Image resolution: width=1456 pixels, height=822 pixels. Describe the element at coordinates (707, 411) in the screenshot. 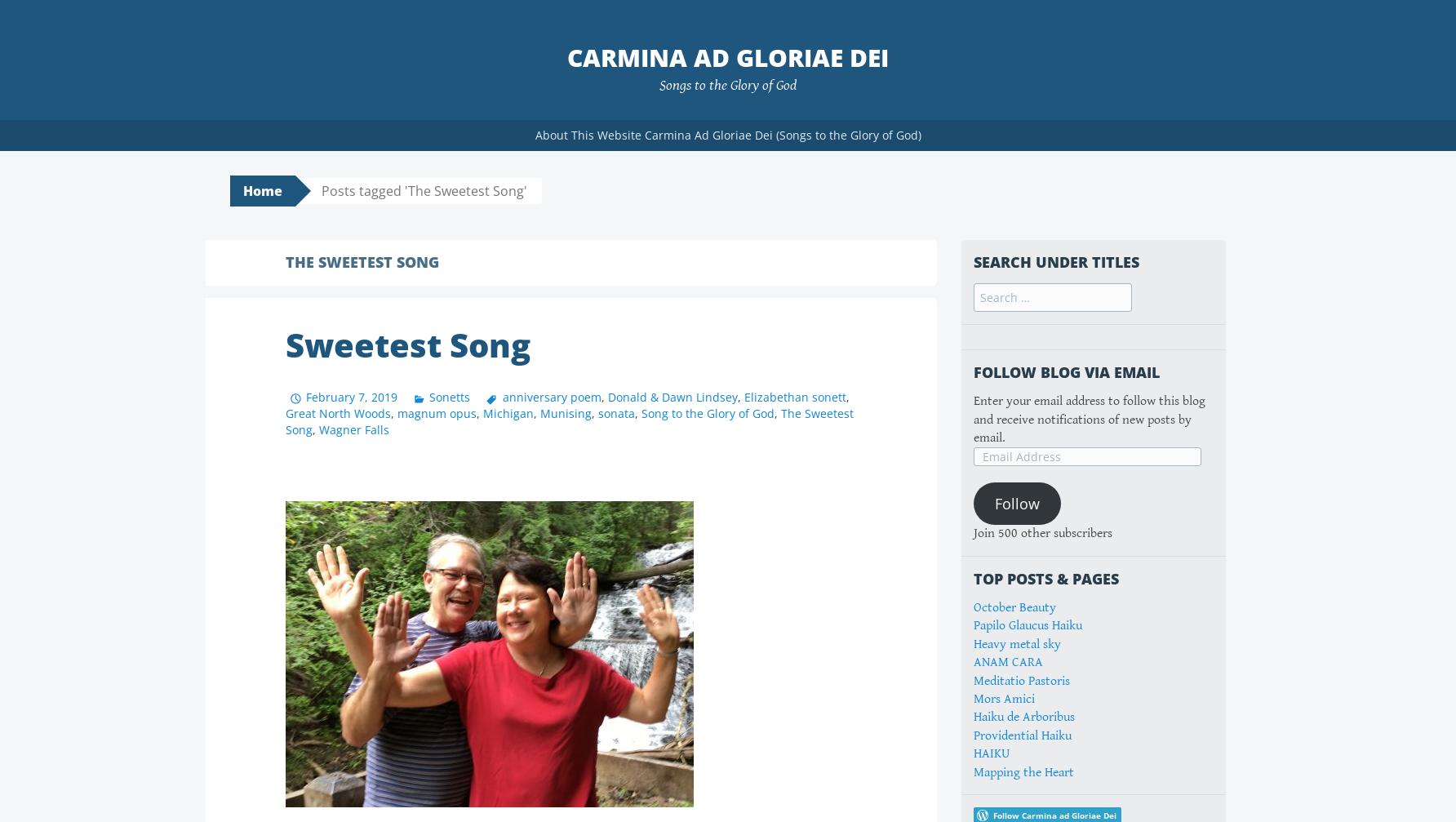

I see `'Song to the Glory of God'` at that location.